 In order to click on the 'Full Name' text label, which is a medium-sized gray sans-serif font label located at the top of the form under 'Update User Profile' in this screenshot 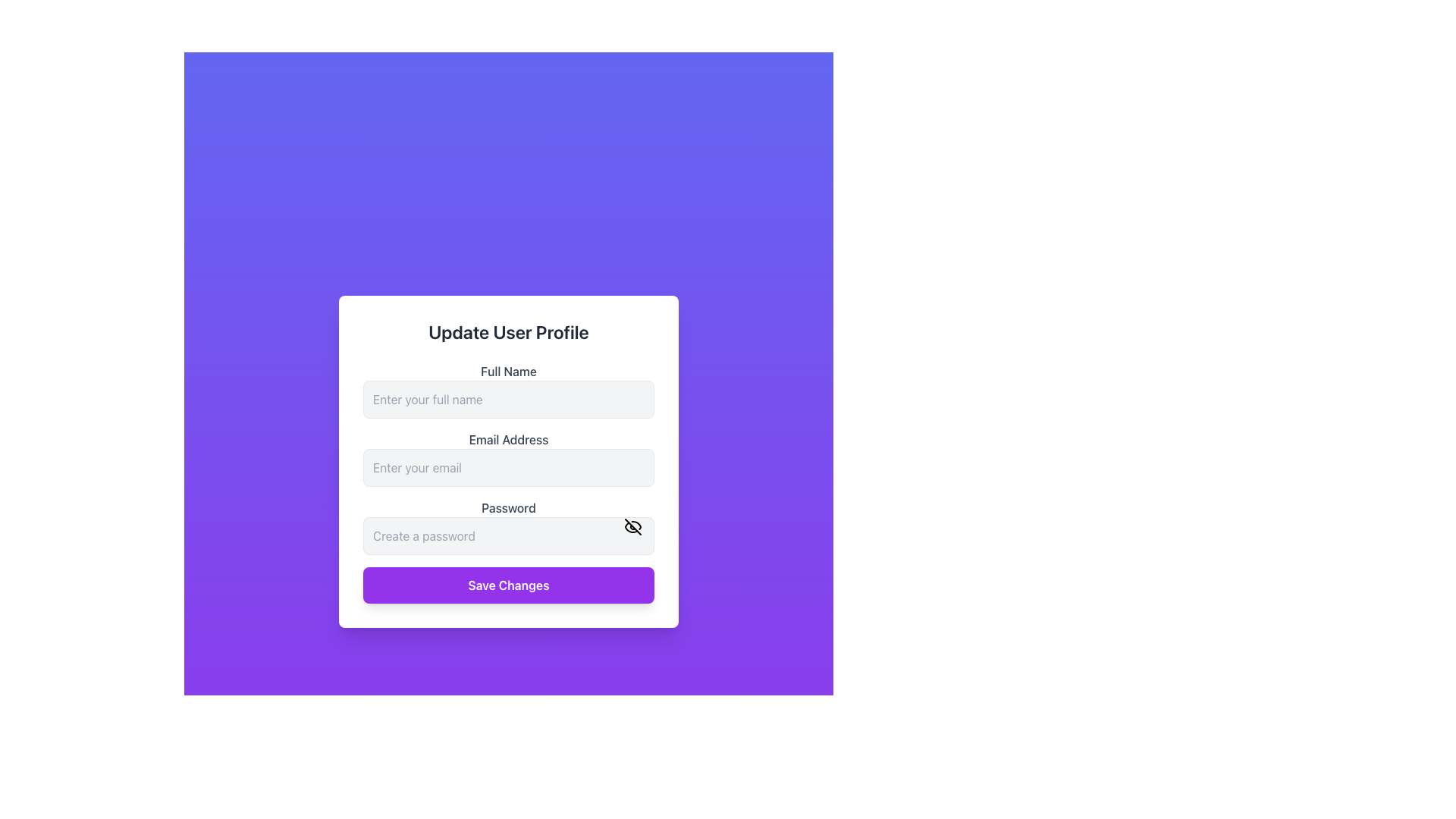, I will do `click(509, 371)`.